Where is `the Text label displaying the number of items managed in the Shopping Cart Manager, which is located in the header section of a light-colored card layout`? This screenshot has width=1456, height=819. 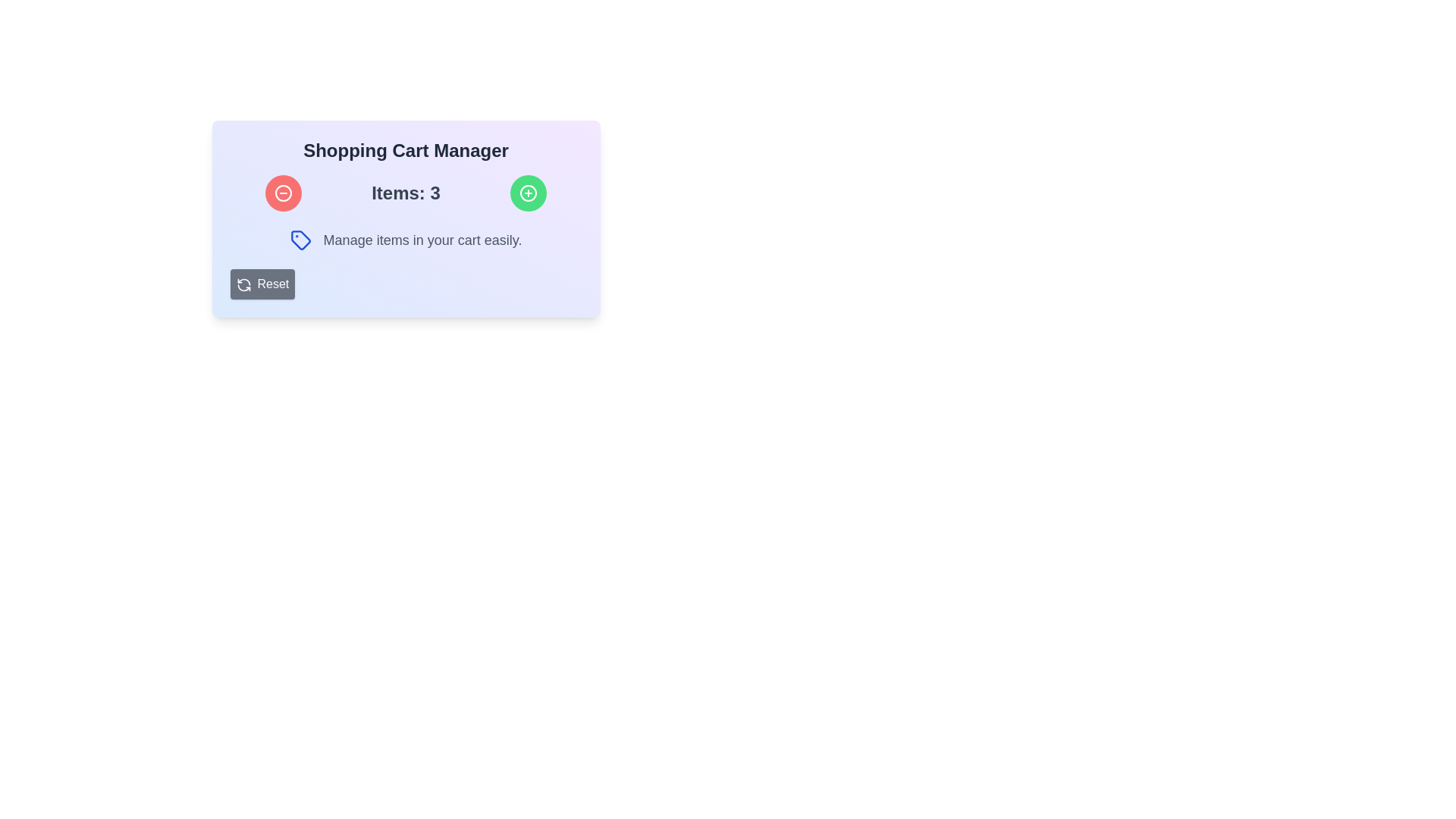
the Text label displaying the number of items managed in the Shopping Cart Manager, which is located in the header section of a light-colored card layout is located at coordinates (406, 192).